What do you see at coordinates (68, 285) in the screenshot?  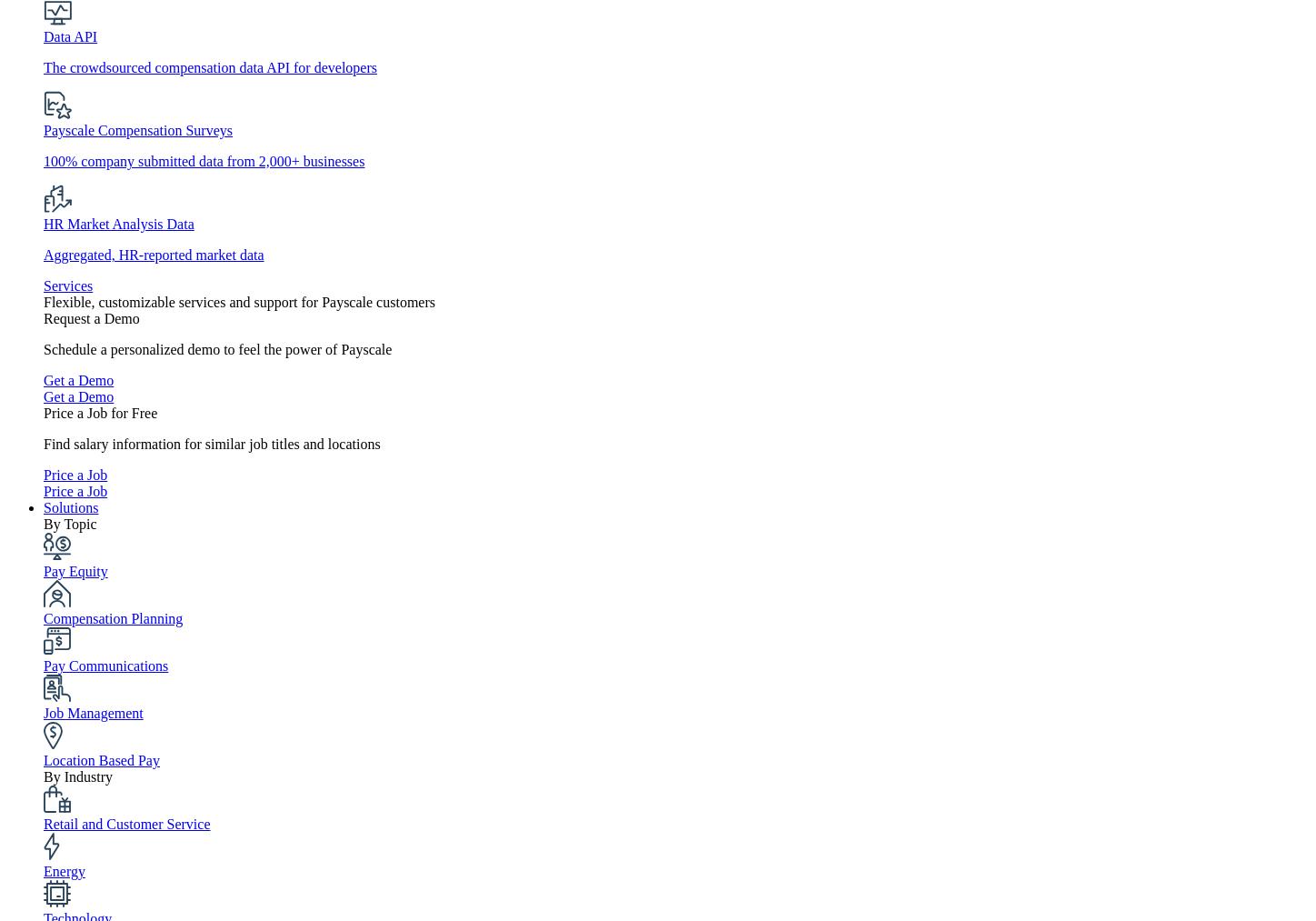 I see `'Services'` at bounding box center [68, 285].